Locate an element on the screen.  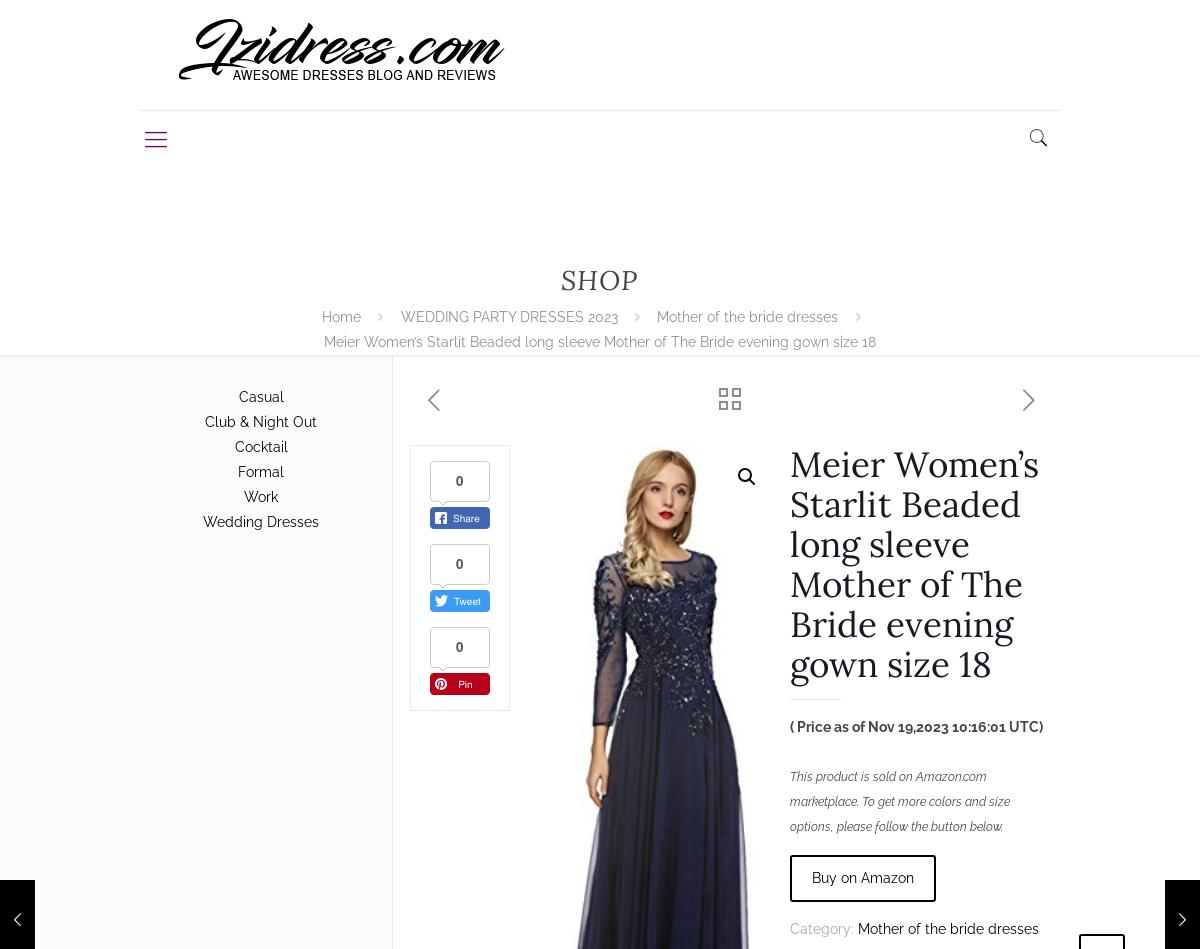
'Casual' is located at coordinates (236, 396).